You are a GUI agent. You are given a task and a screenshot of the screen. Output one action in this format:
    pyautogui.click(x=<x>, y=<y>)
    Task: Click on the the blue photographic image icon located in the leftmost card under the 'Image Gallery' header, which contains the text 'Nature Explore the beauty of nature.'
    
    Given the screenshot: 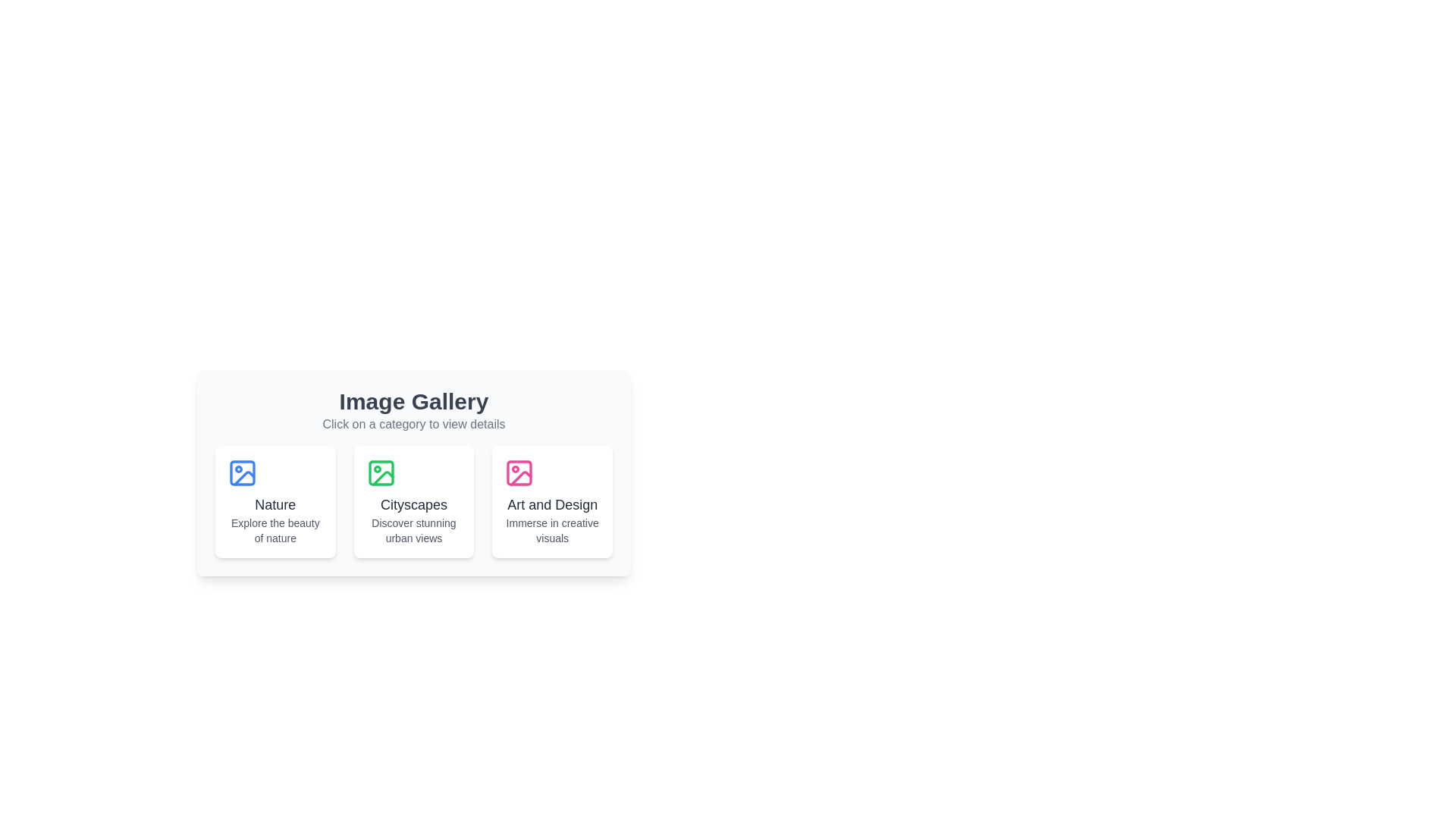 What is the action you would take?
    pyautogui.click(x=243, y=472)
    